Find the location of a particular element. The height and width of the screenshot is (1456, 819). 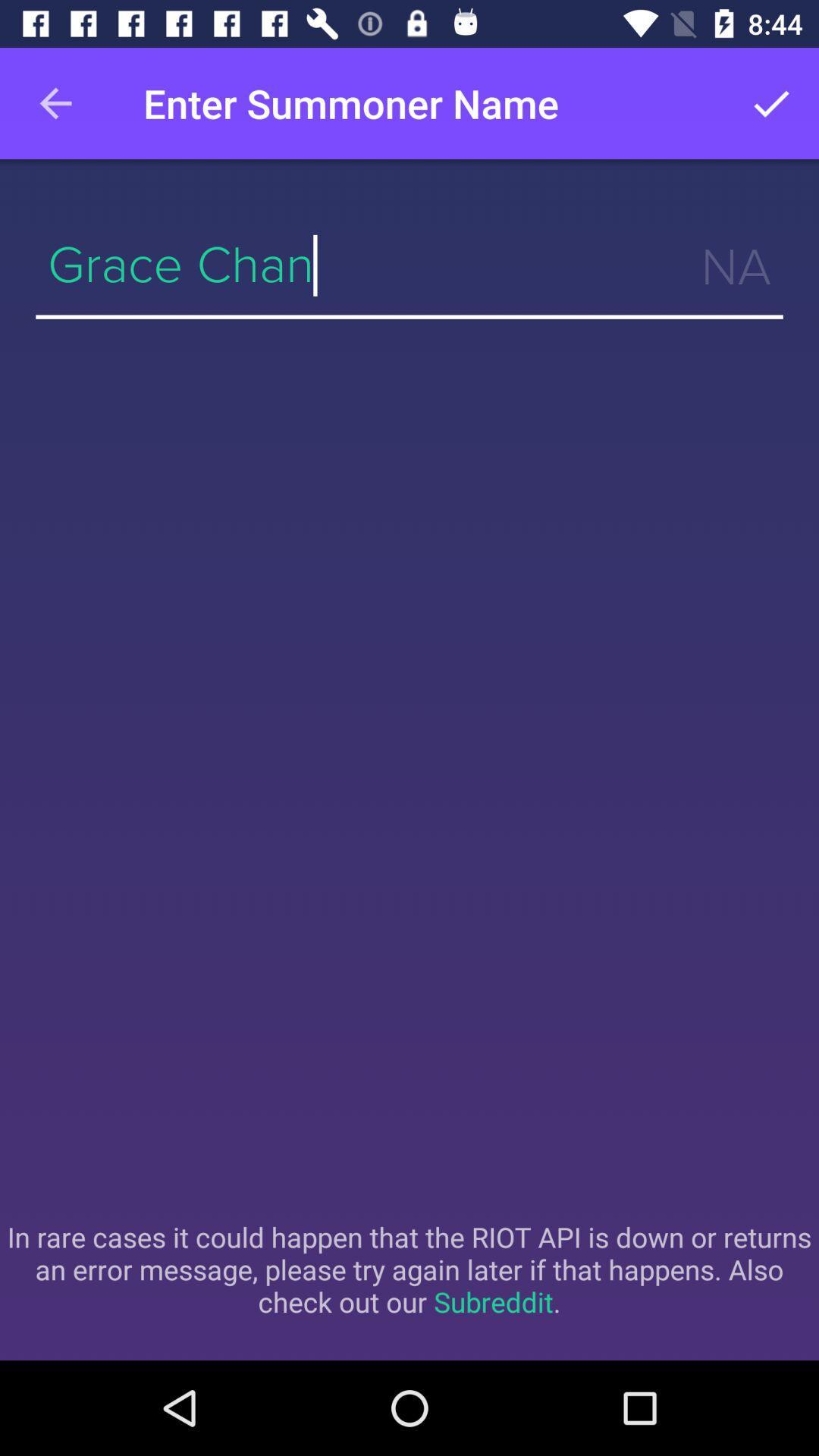

icon above the in rare cases icon is located at coordinates (409, 265).